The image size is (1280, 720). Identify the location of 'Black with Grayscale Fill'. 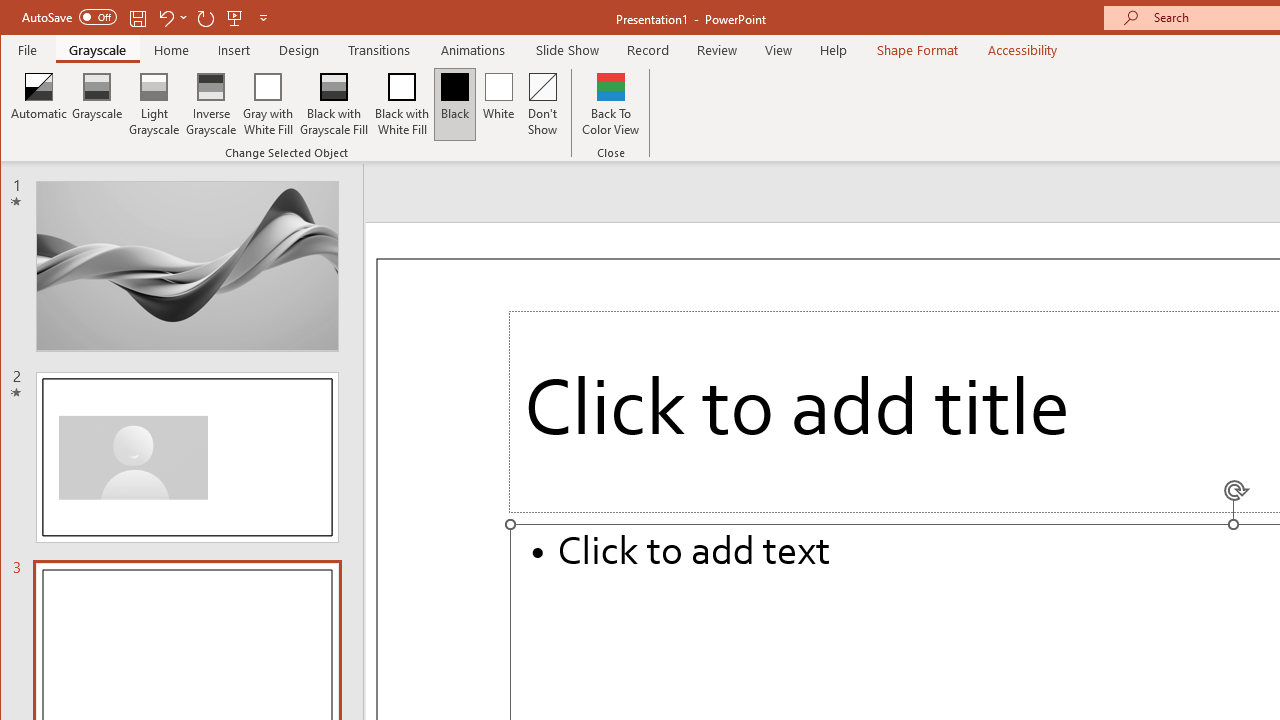
(334, 104).